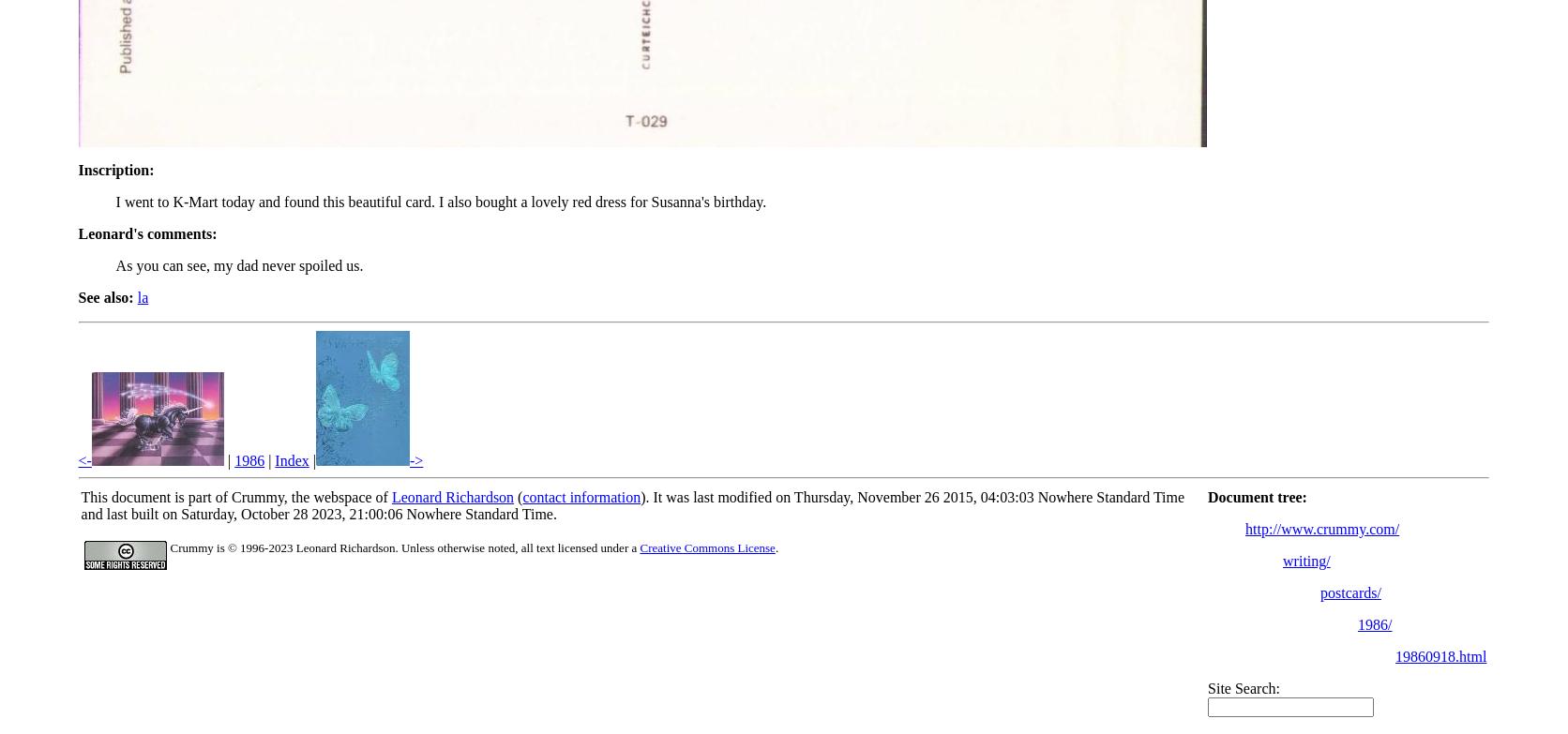 This screenshot has width=1568, height=734. Describe the element at coordinates (83, 459) in the screenshot. I see `'<-'` at that location.